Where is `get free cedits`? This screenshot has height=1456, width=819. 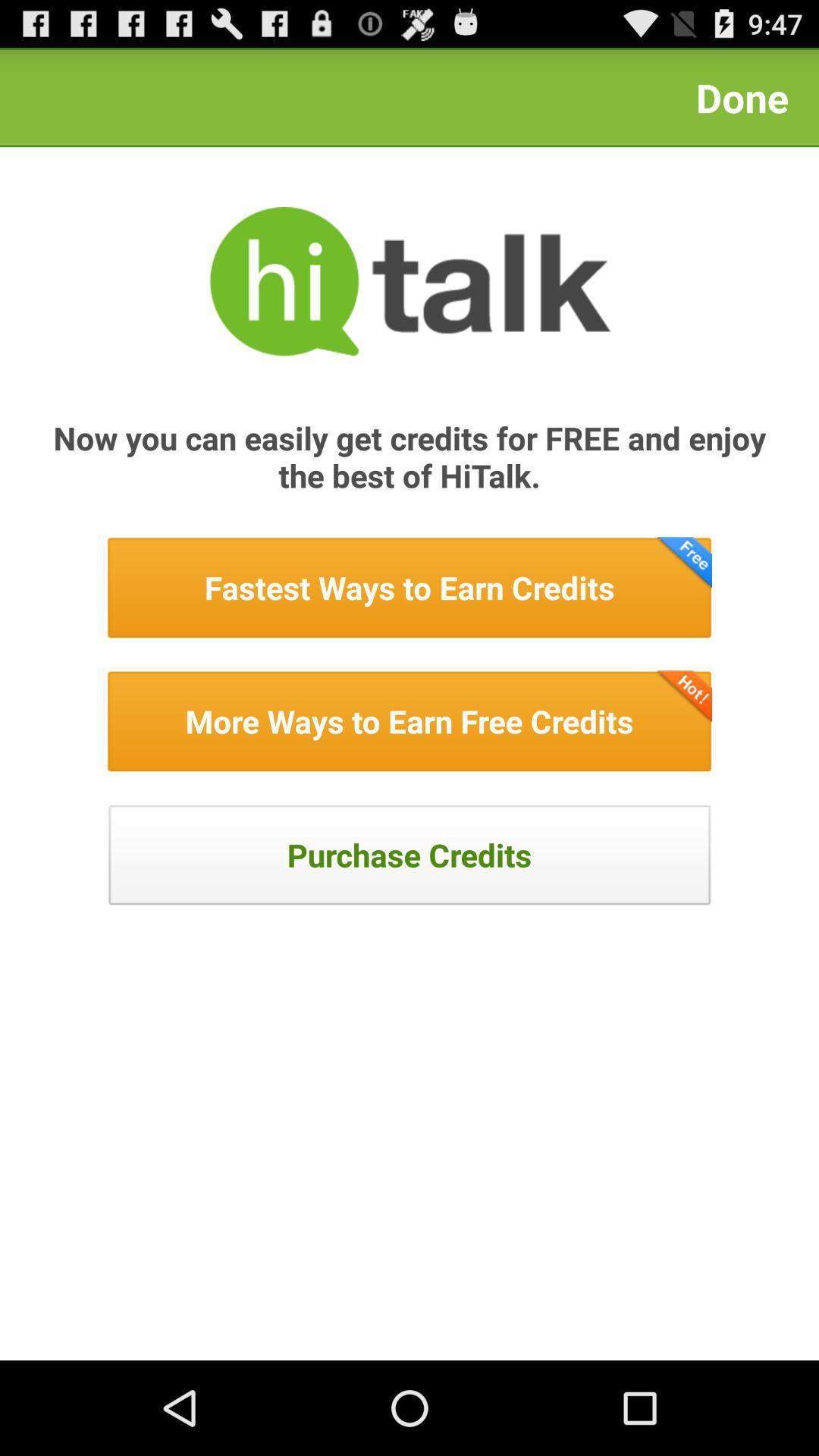 get free cedits is located at coordinates (409, 720).